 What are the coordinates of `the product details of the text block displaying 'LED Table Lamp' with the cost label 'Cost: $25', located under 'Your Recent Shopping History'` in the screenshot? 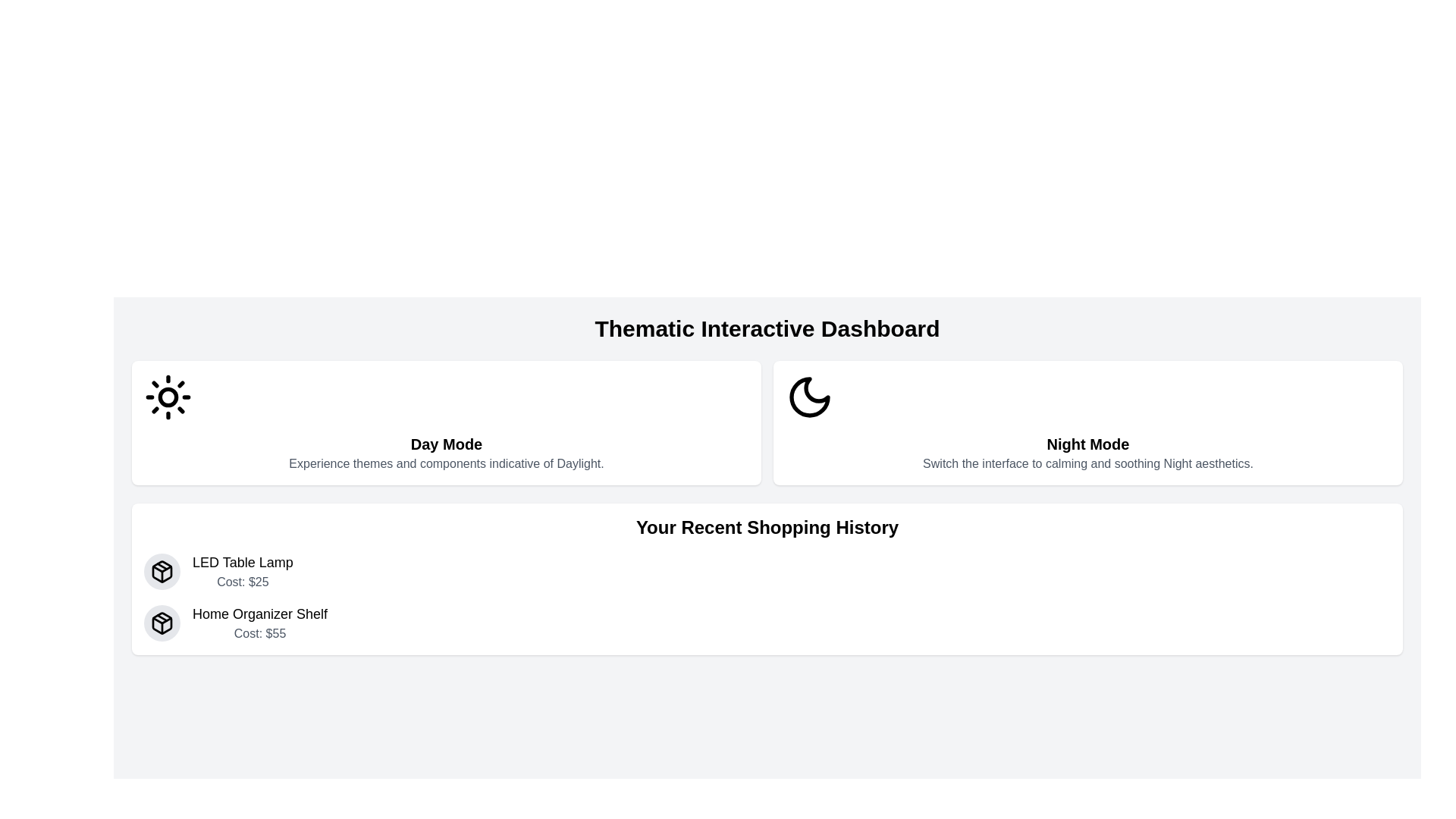 It's located at (243, 571).